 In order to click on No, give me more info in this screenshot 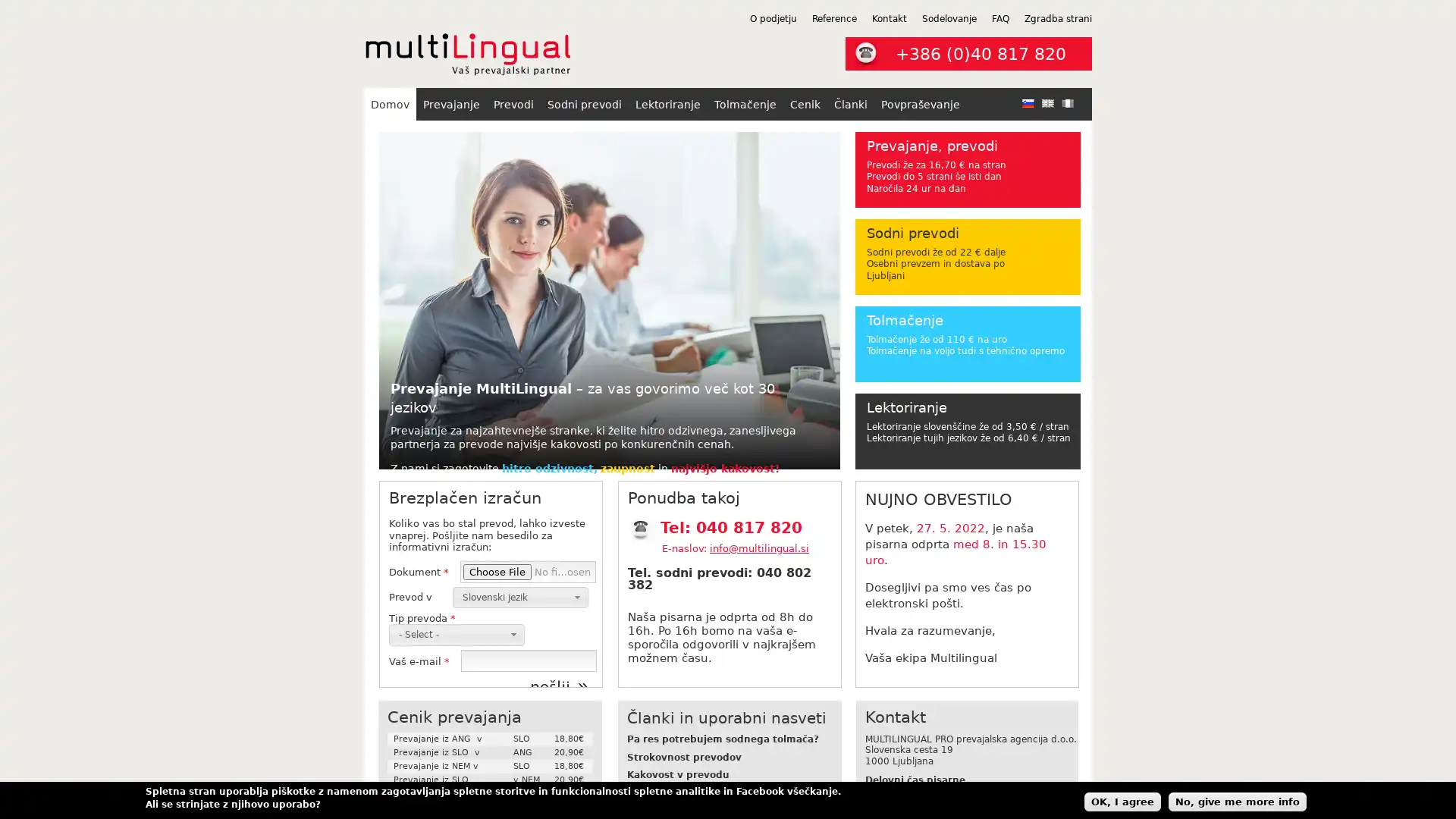, I will do `click(1238, 800)`.